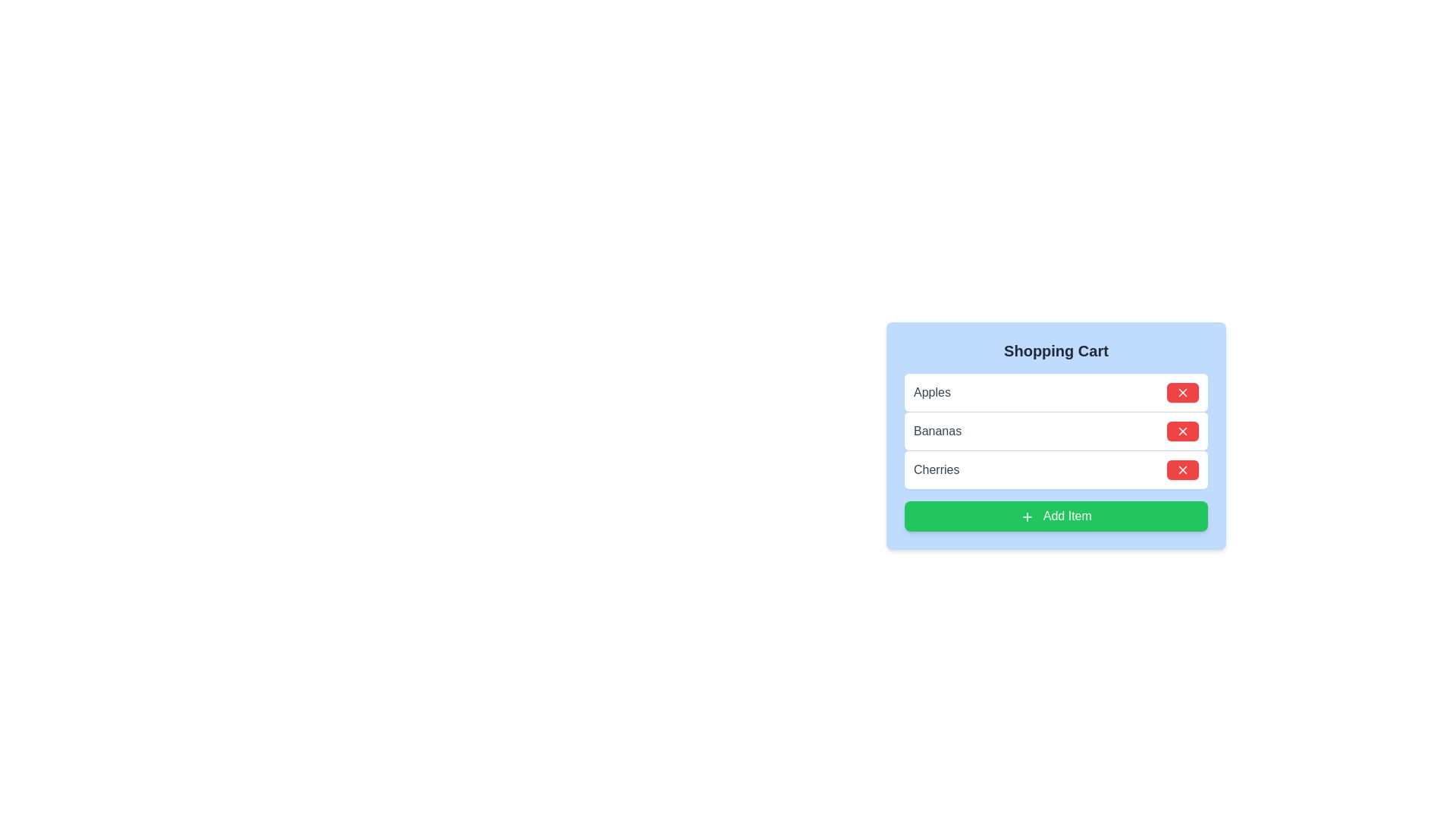 This screenshot has height=819, width=1456. What do you see at coordinates (936, 469) in the screenshot?
I see `the text label displaying 'Cherries' in gray color, located on the left side of the shopping cart interface card` at bounding box center [936, 469].